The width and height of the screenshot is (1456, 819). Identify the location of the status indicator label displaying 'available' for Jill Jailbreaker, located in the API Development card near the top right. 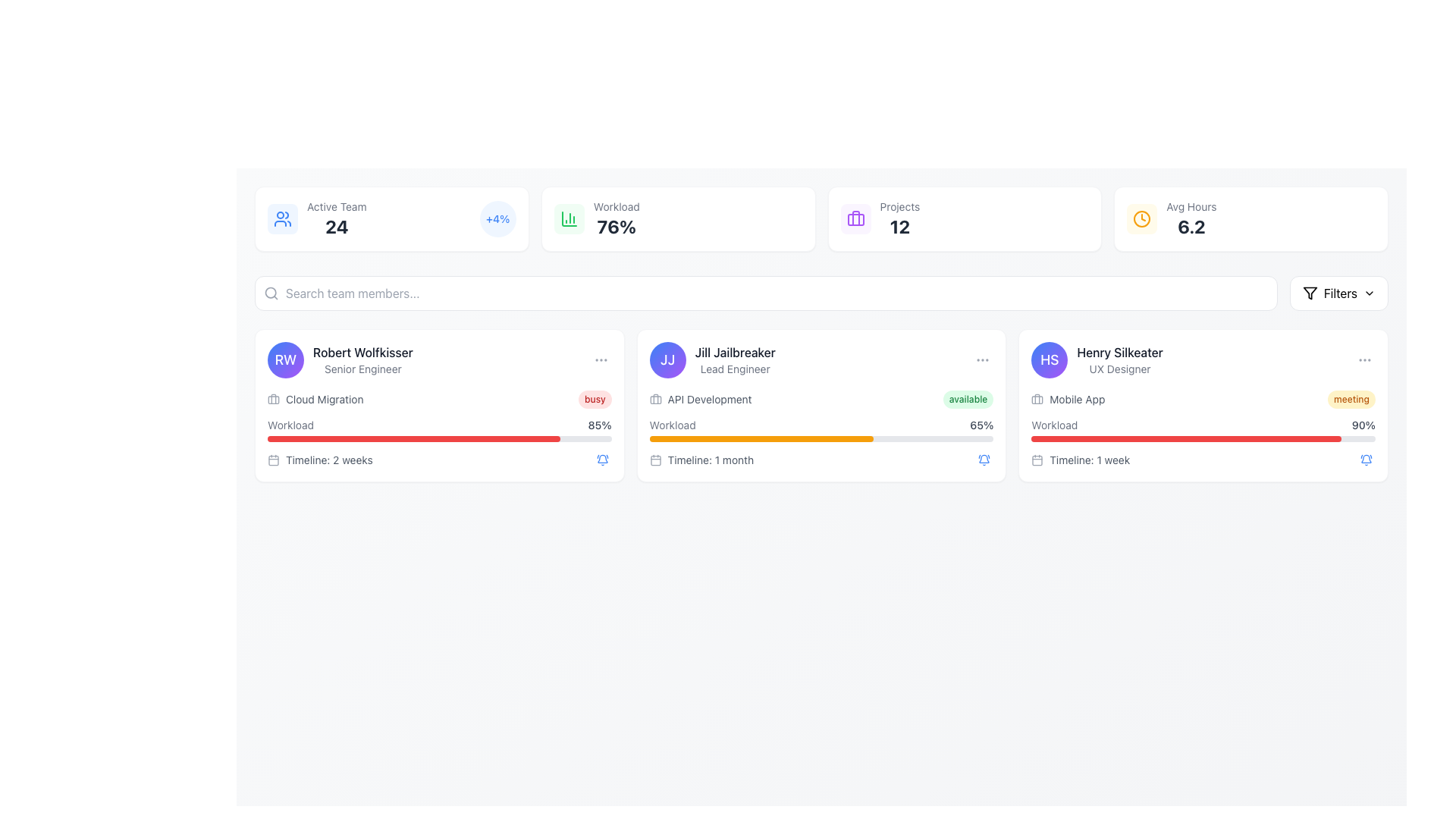
(967, 399).